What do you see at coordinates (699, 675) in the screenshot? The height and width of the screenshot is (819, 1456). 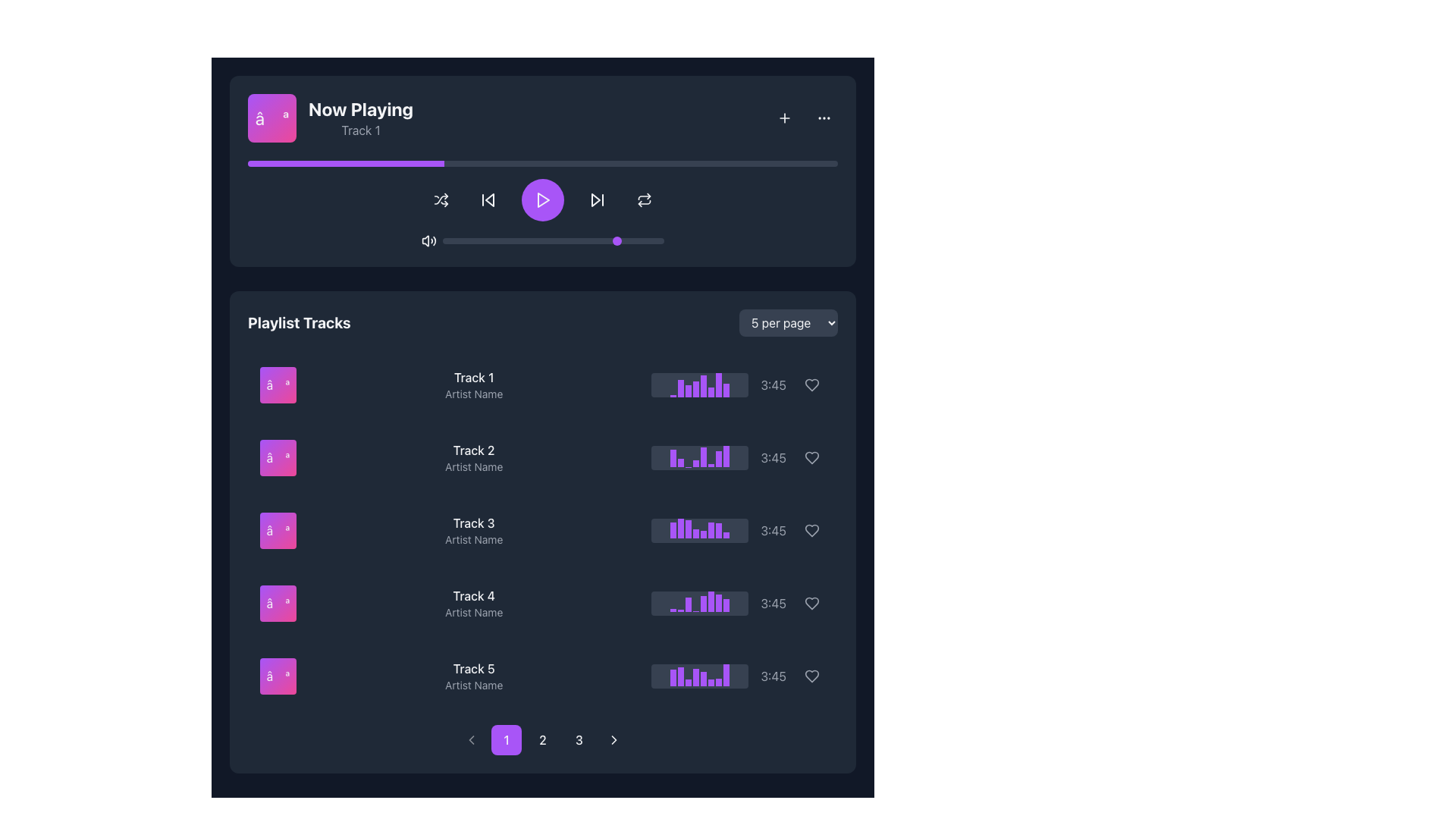 I see `the graphical equalizer visualization with a dark gray background and vertical purple bars, positioned in the fifth track entry of the playlist, to the right of the track name and artist information` at bounding box center [699, 675].